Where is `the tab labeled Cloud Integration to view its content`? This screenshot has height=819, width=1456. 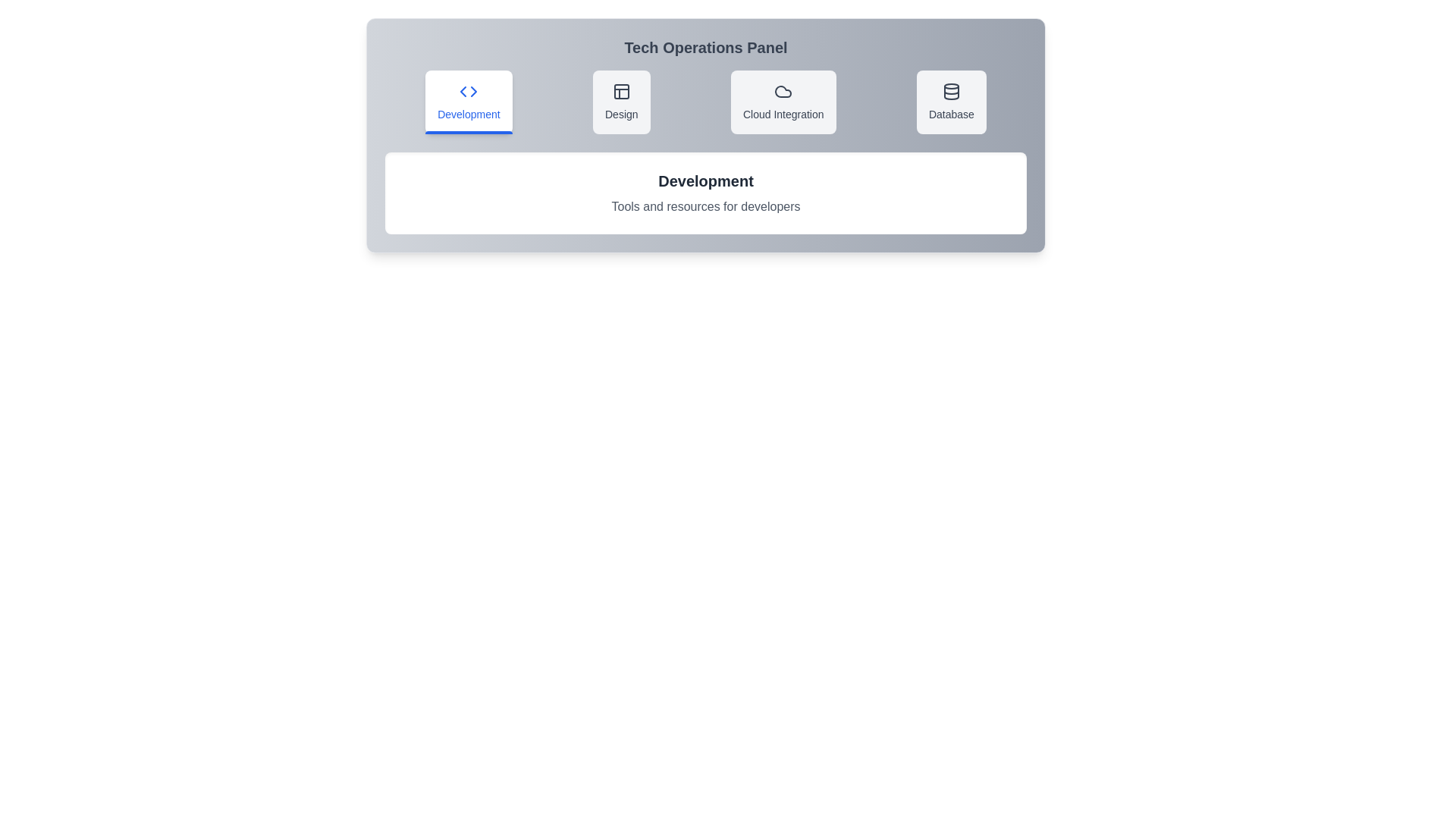 the tab labeled Cloud Integration to view its content is located at coordinates (783, 102).